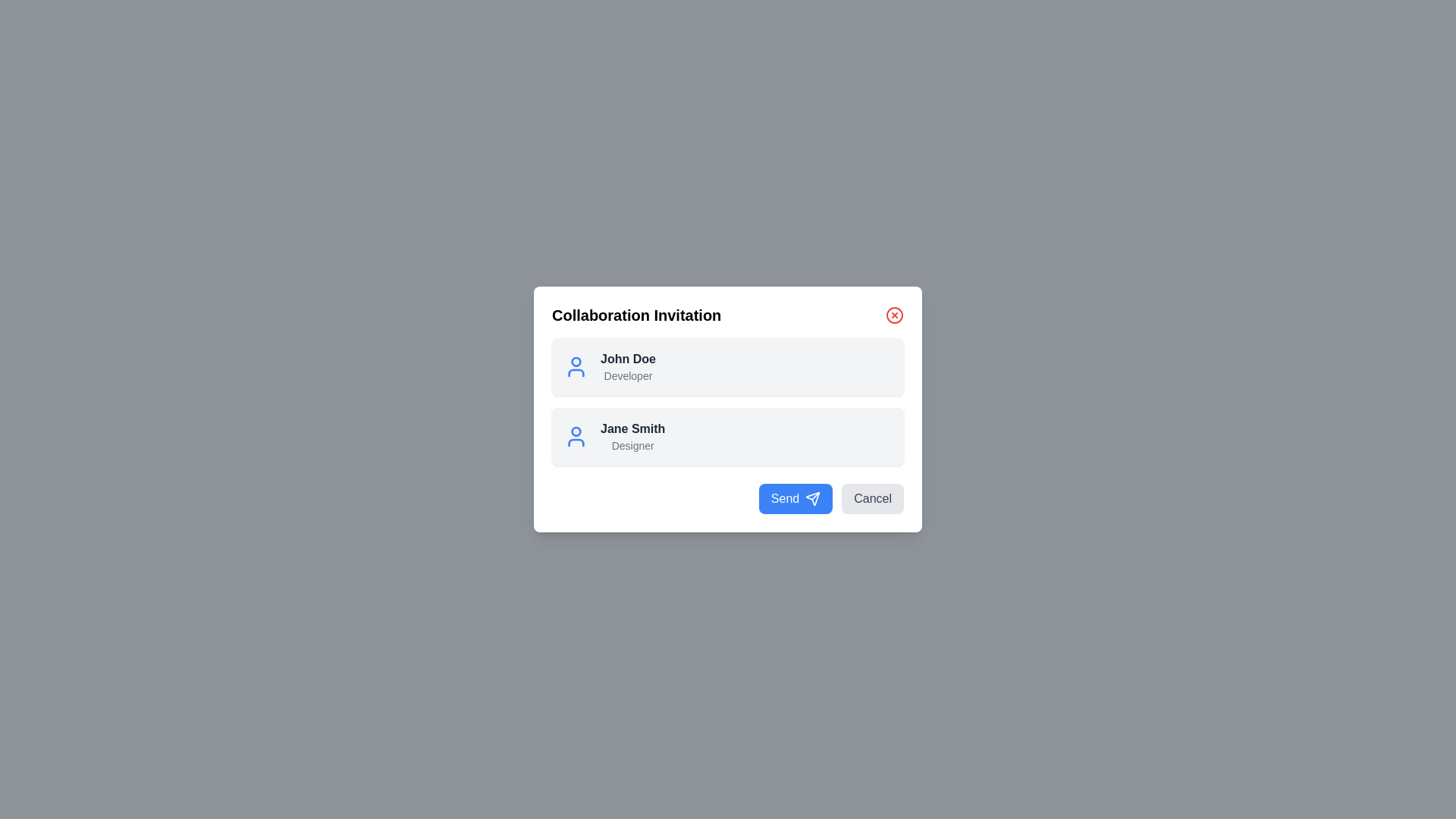 This screenshot has height=819, width=1456. What do you see at coordinates (795, 499) in the screenshot?
I see `'Send' button to confirm sending invitations` at bounding box center [795, 499].